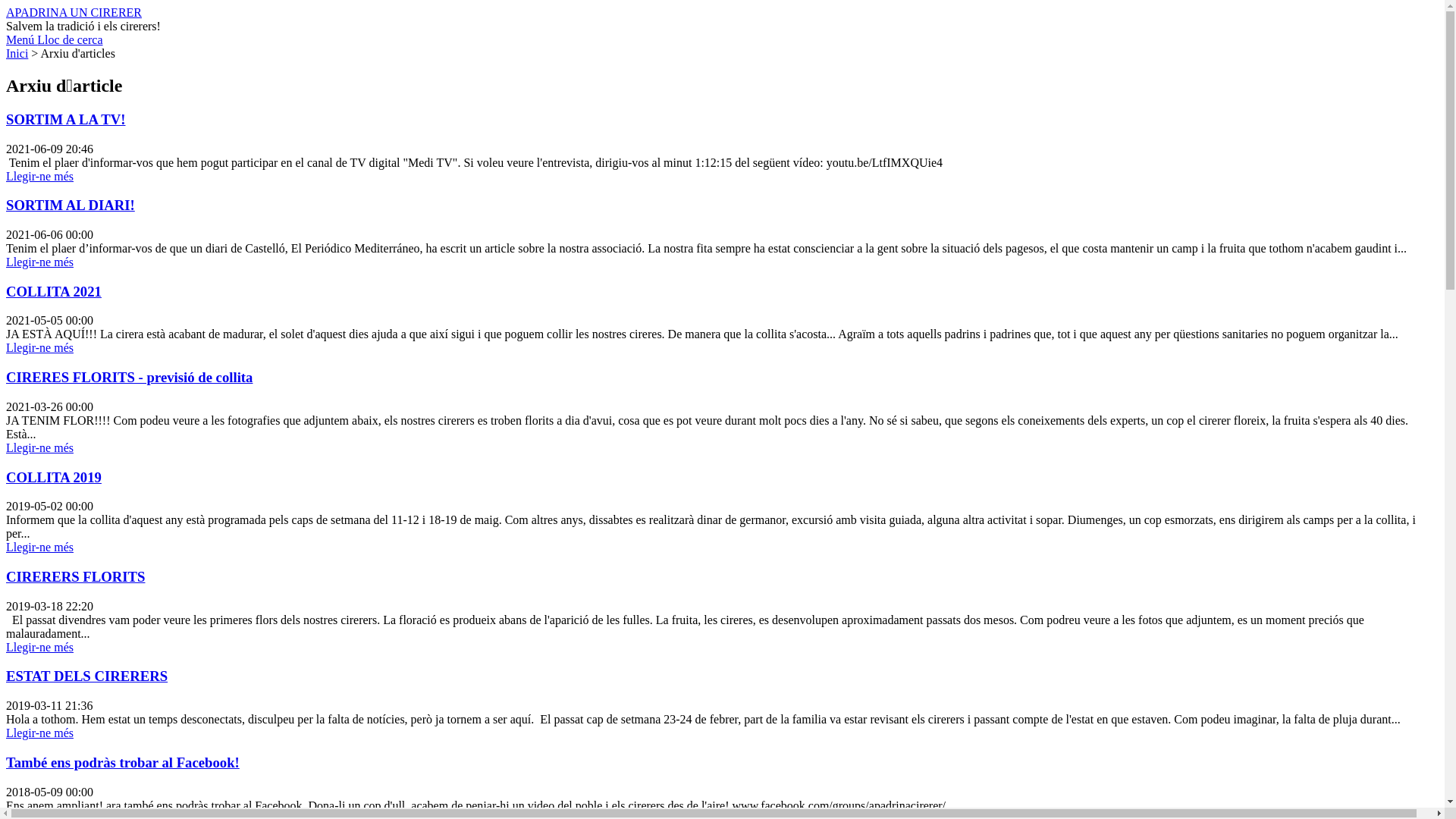 Image resolution: width=1456 pixels, height=819 pixels. Describe the element at coordinates (36, 39) in the screenshot. I see `'Lloc de cerca'` at that location.